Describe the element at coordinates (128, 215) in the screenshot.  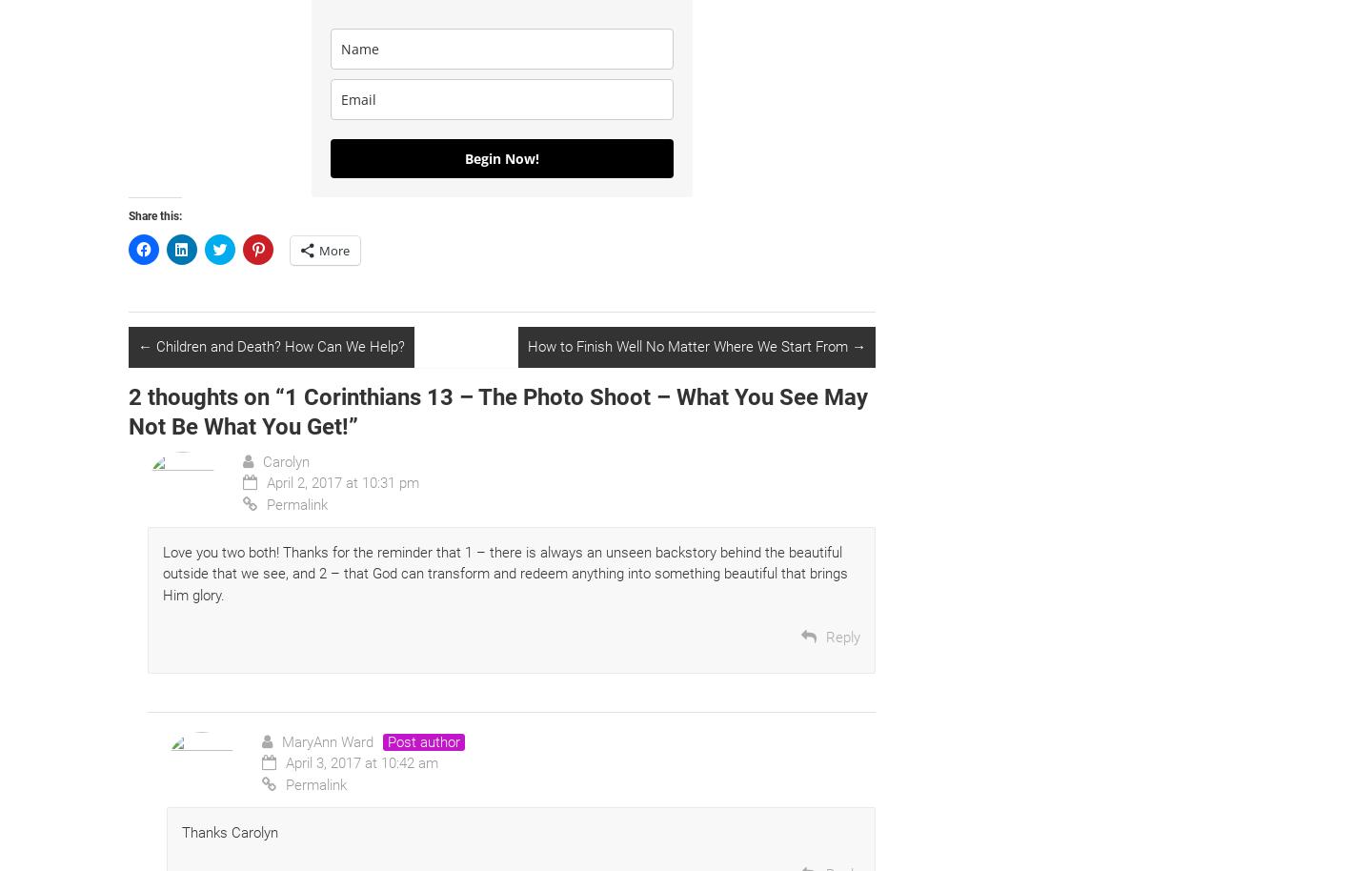
I see `'Share this:'` at that location.